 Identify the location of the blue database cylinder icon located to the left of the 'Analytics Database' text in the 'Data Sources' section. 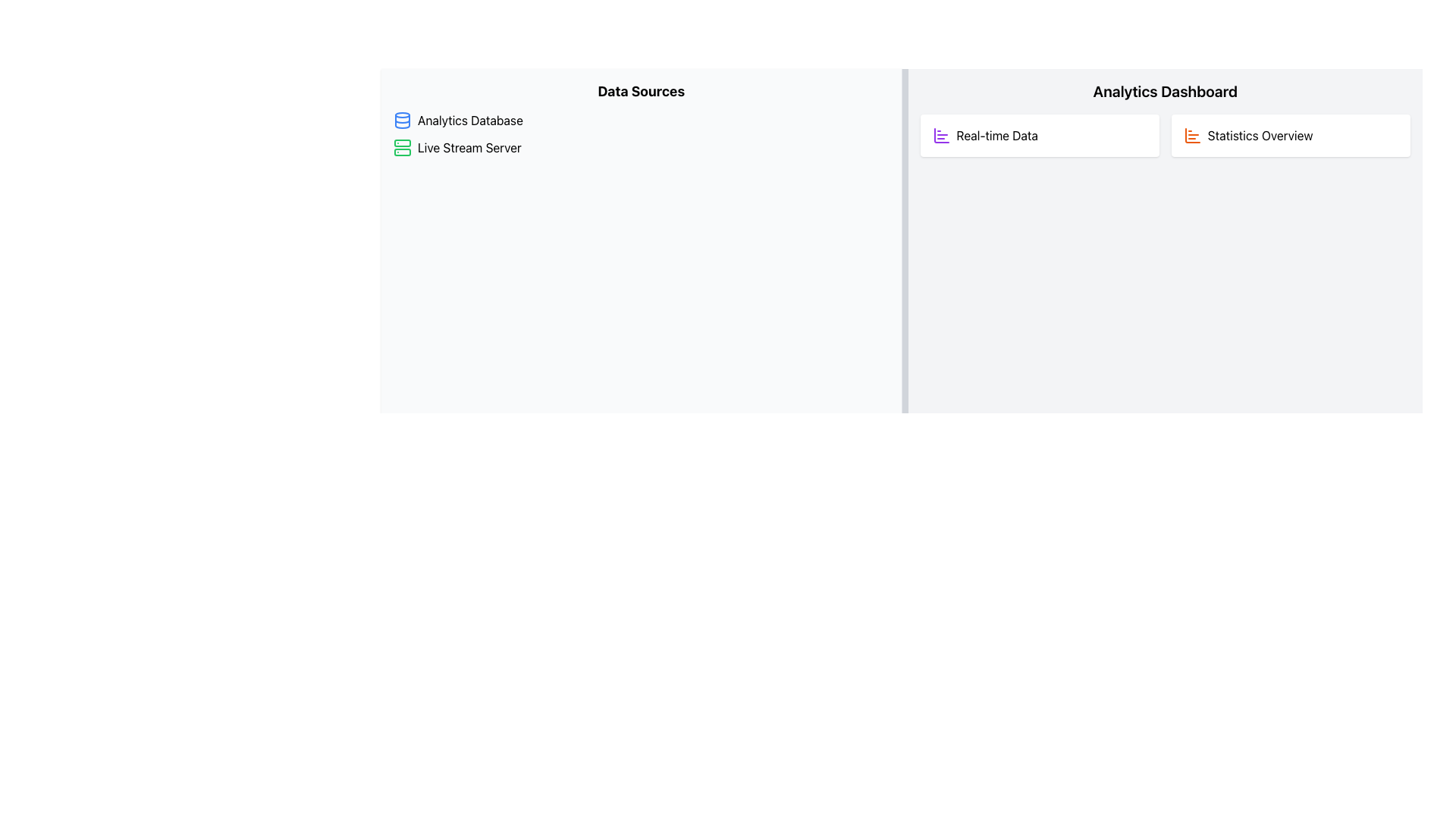
(403, 119).